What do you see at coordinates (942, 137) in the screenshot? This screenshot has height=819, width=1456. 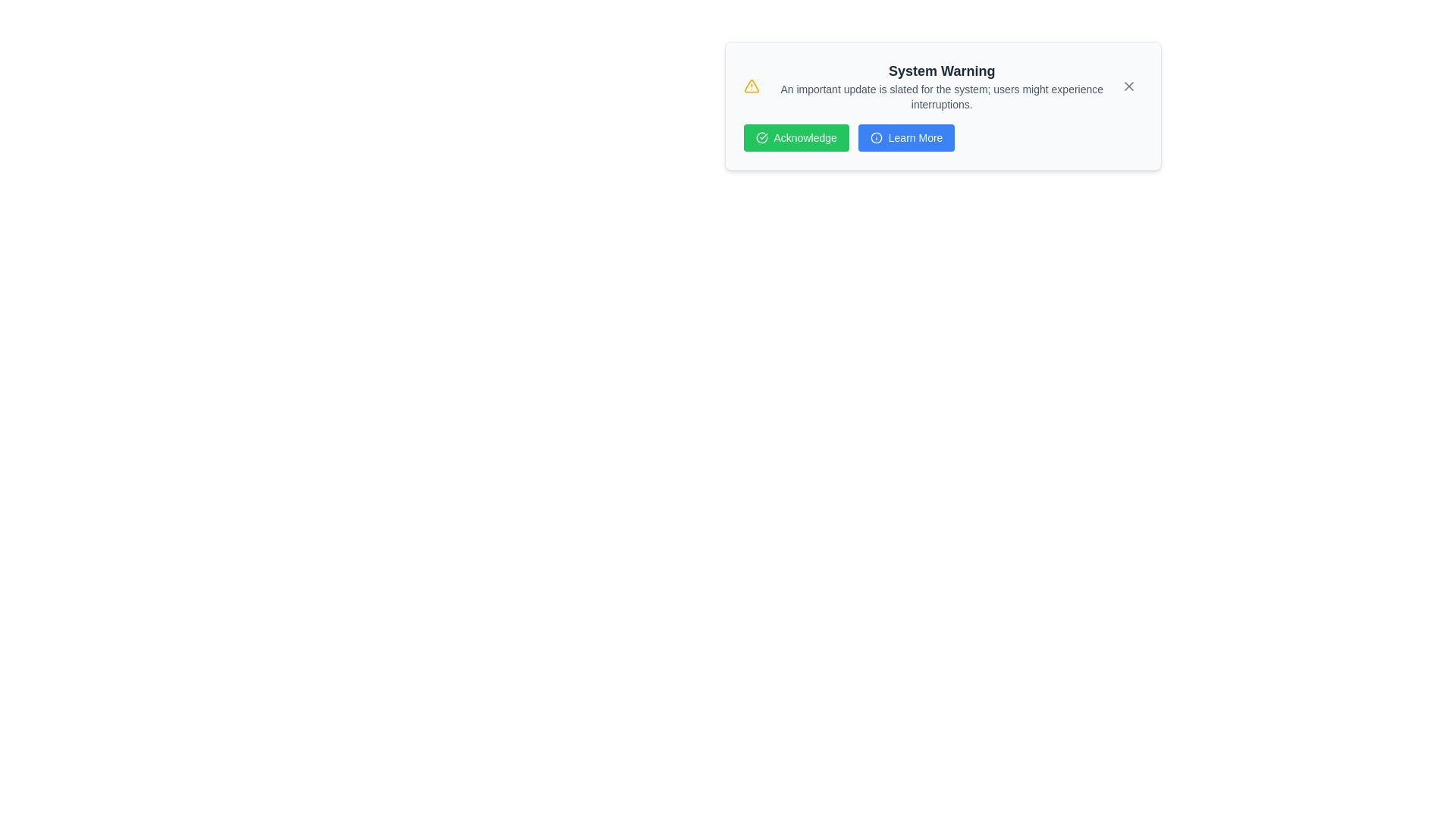 I see `the 'Learn More' button, which is part of a group of buttons styled with blue and green backgrounds, located at the bottom of a notification component with a warning message` at bounding box center [942, 137].